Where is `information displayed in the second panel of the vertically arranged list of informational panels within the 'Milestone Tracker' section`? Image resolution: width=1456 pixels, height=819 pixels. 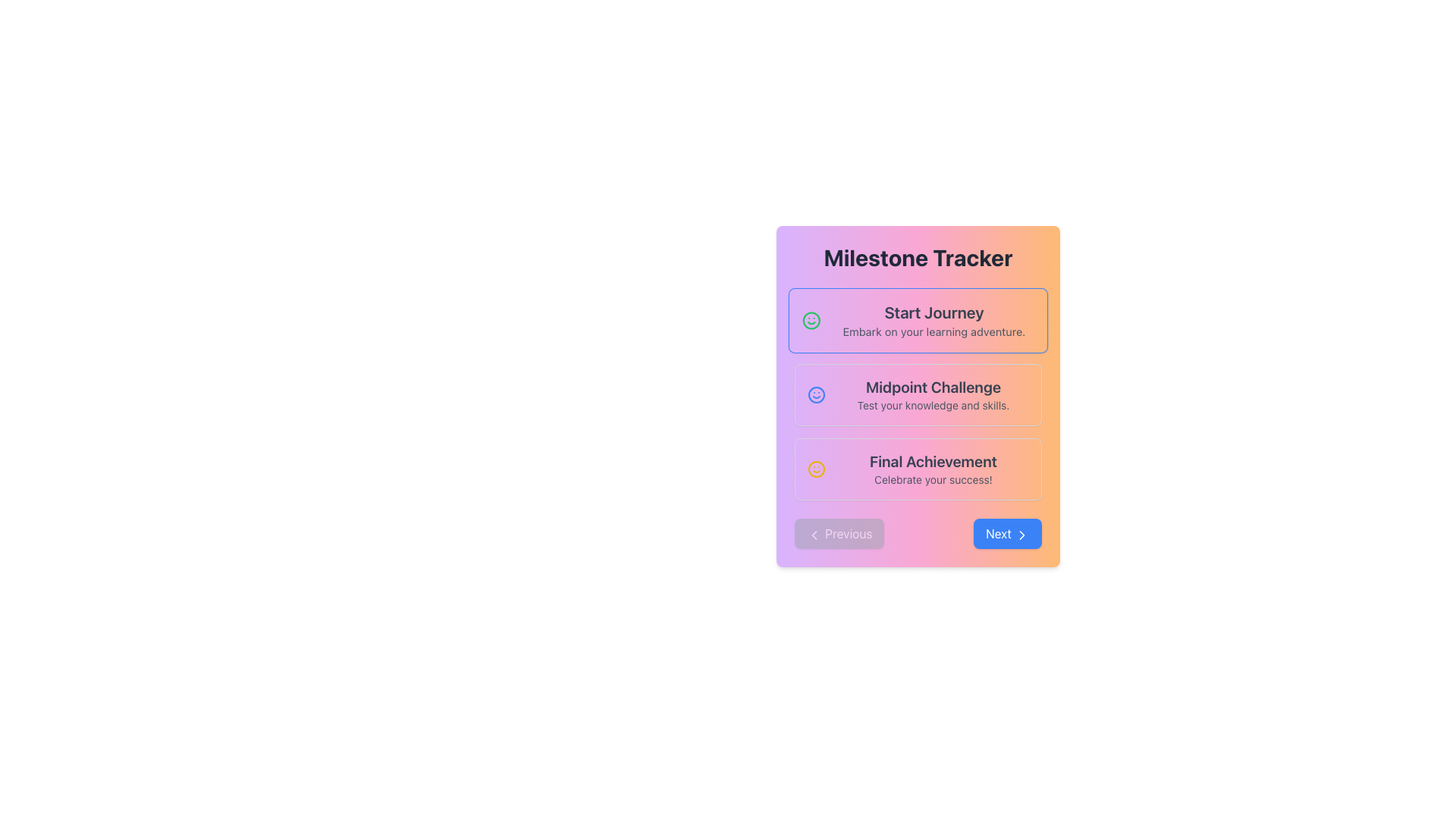
information displayed in the second panel of the vertically arranged list of informational panels within the 'Milestone Tracker' section is located at coordinates (917, 394).